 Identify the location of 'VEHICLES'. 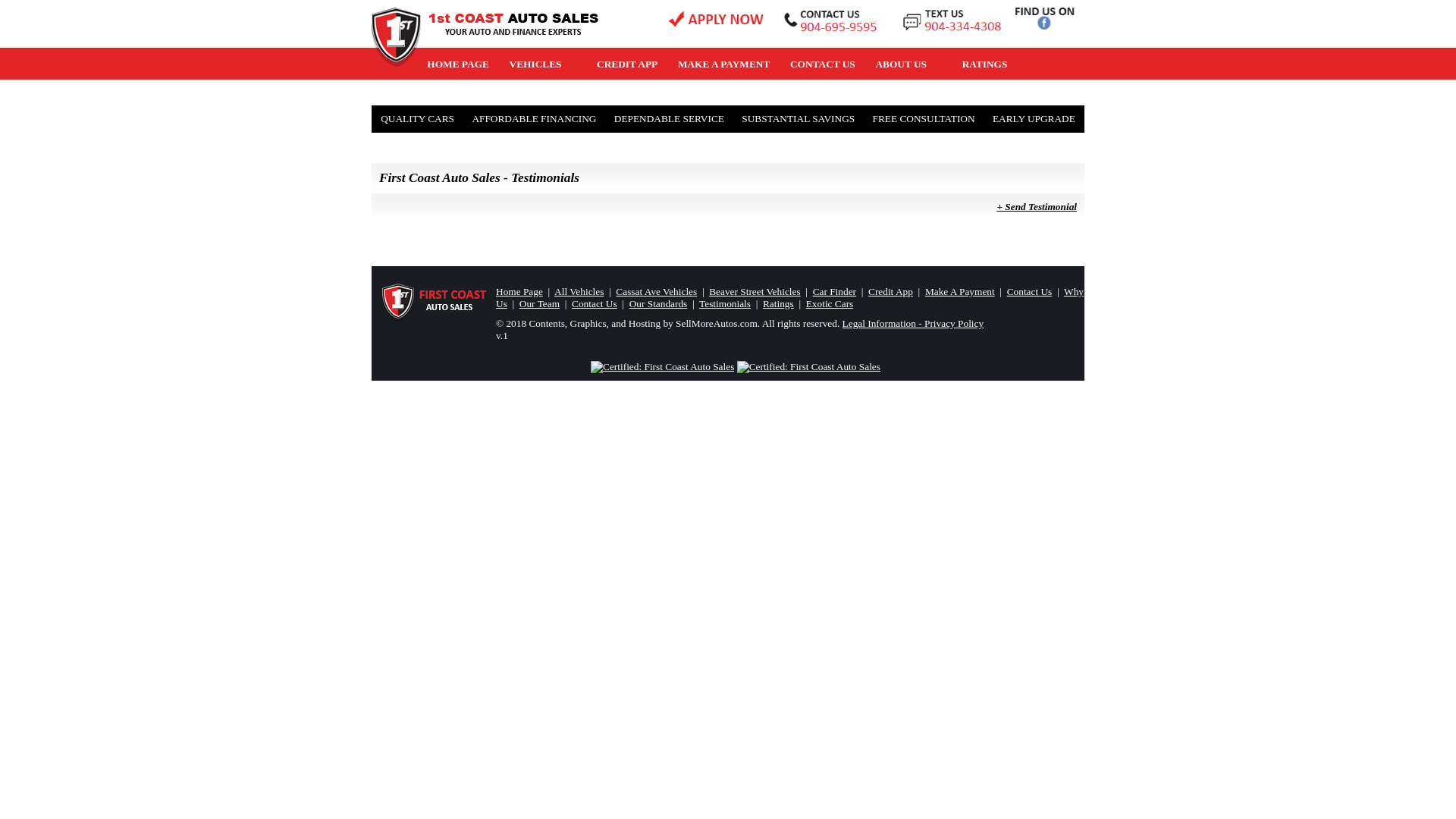
(498, 63).